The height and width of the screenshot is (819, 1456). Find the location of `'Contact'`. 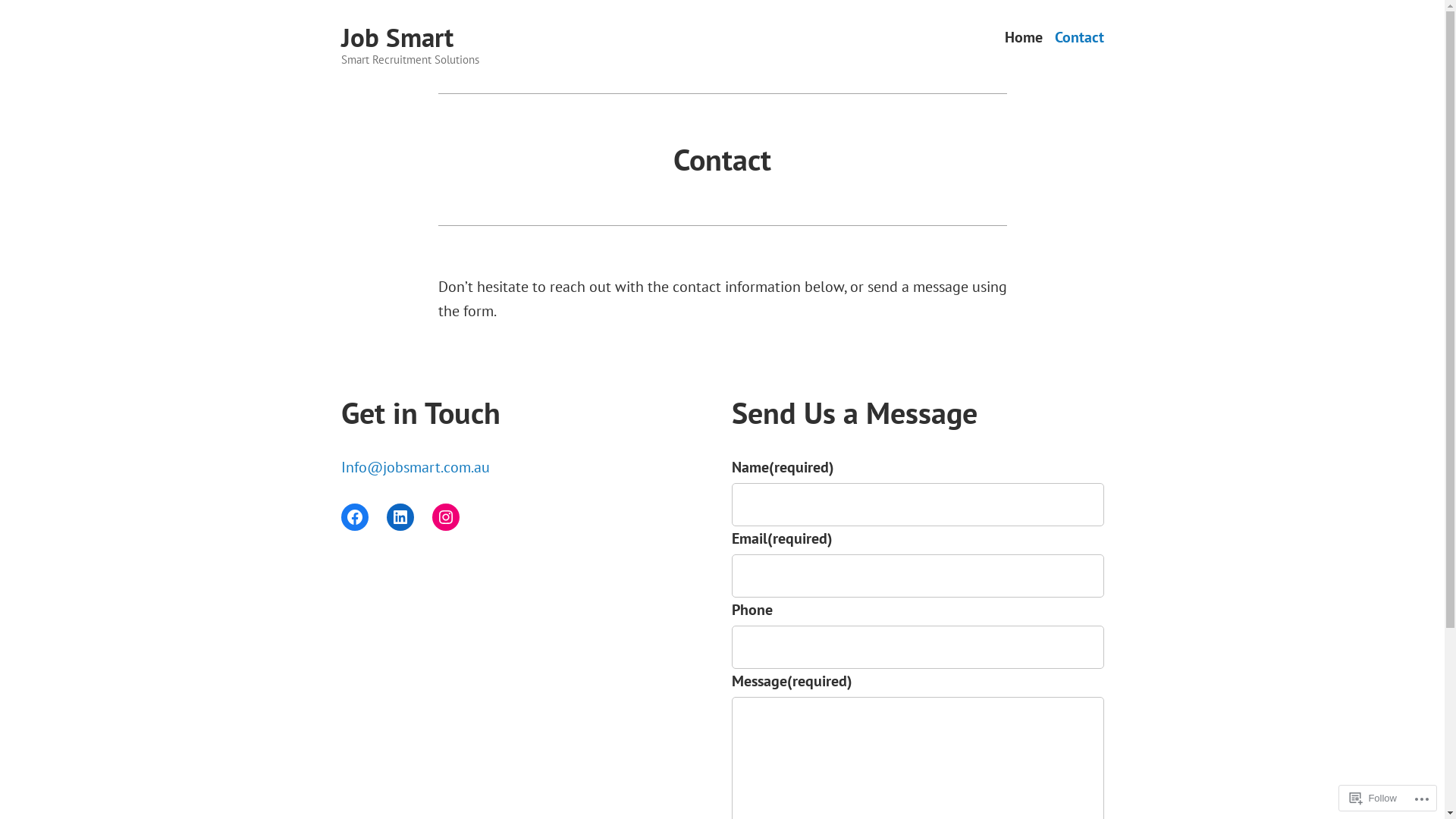

'Contact' is located at coordinates (1078, 36).